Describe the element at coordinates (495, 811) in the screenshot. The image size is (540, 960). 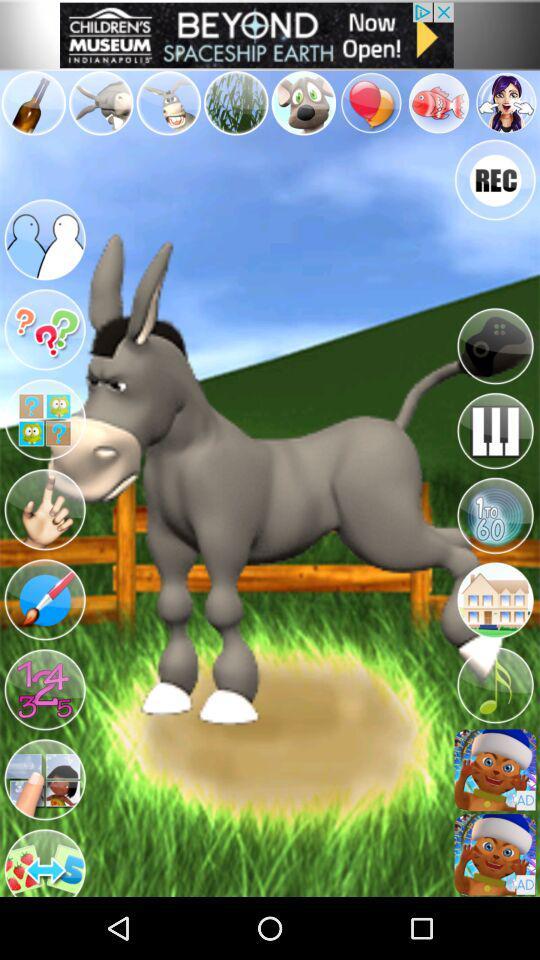
I see `the list icon` at that location.